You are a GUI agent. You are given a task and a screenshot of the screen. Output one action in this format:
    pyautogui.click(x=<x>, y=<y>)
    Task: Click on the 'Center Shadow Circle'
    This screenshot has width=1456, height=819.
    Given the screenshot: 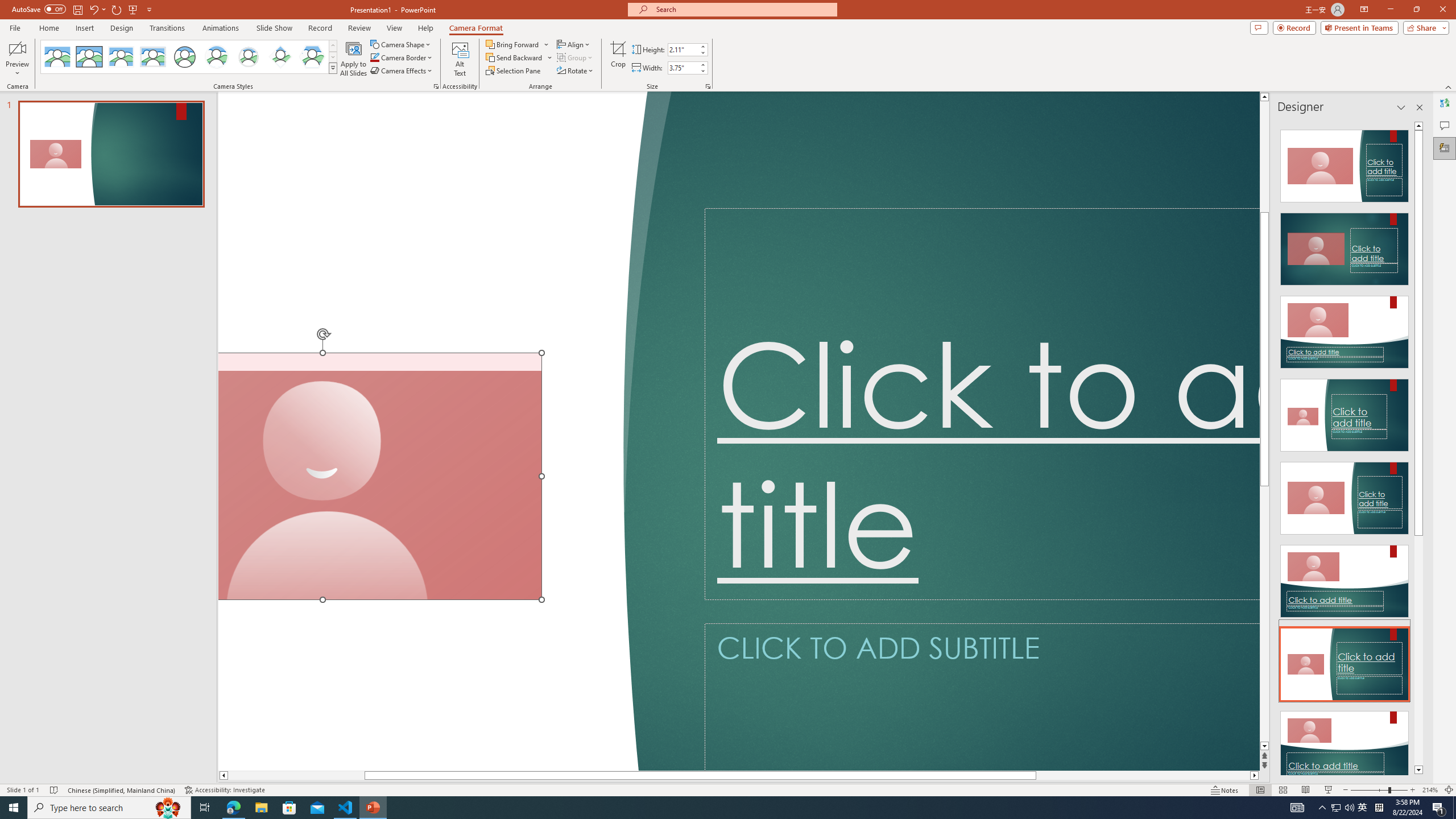 What is the action you would take?
    pyautogui.click(x=216, y=56)
    